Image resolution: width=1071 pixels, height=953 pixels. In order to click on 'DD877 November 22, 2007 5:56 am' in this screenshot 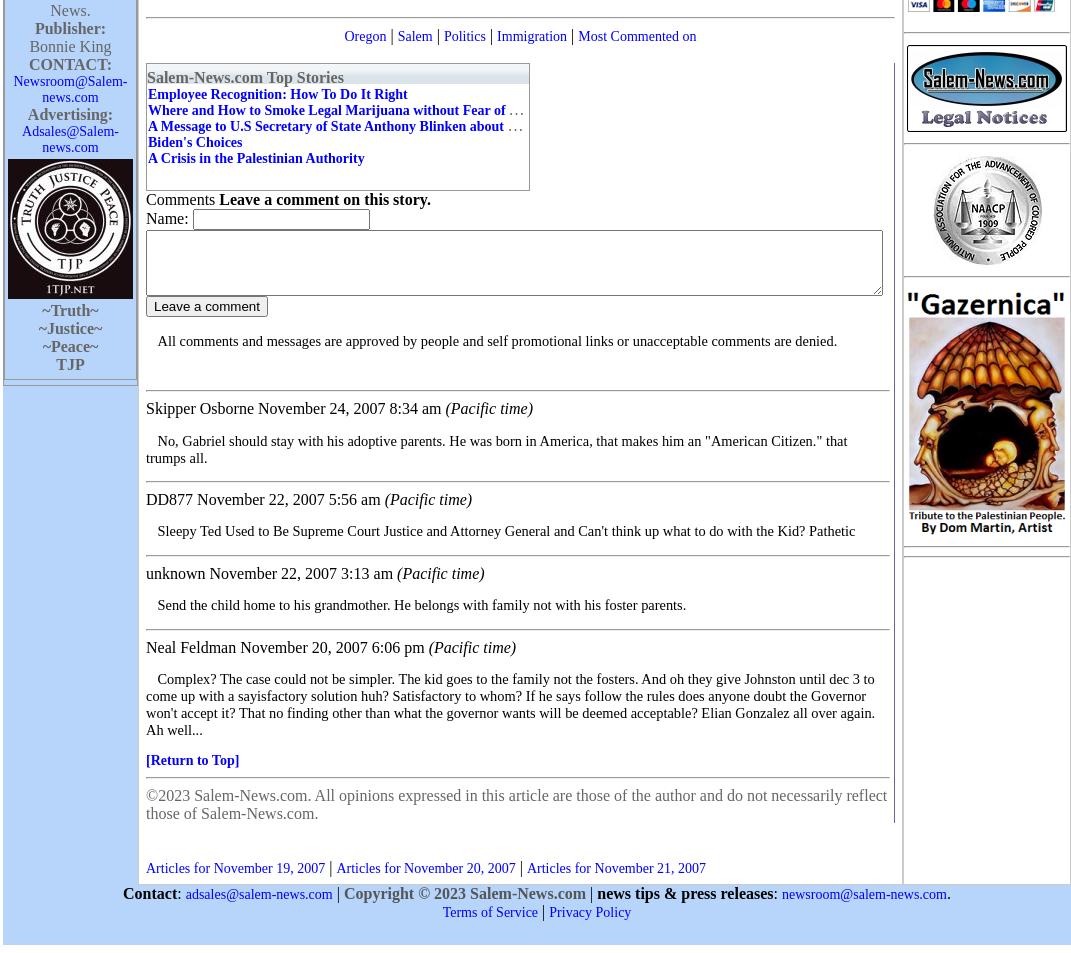, I will do `click(264, 499)`.